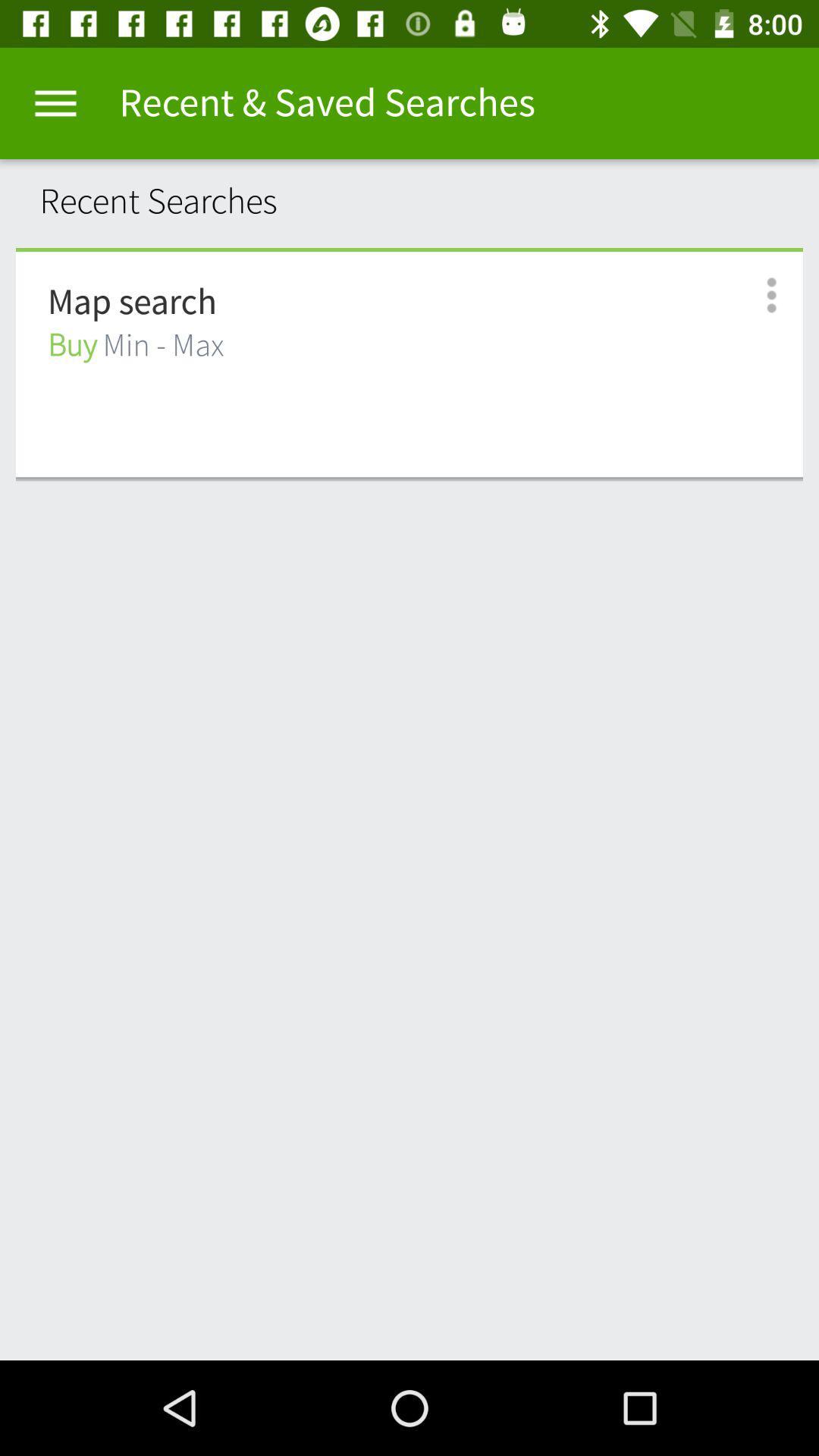 Image resolution: width=819 pixels, height=1456 pixels. What do you see at coordinates (755, 295) in the screenshot?
I see `icon next to the buy min - max item` at bounding box center [755, 295].